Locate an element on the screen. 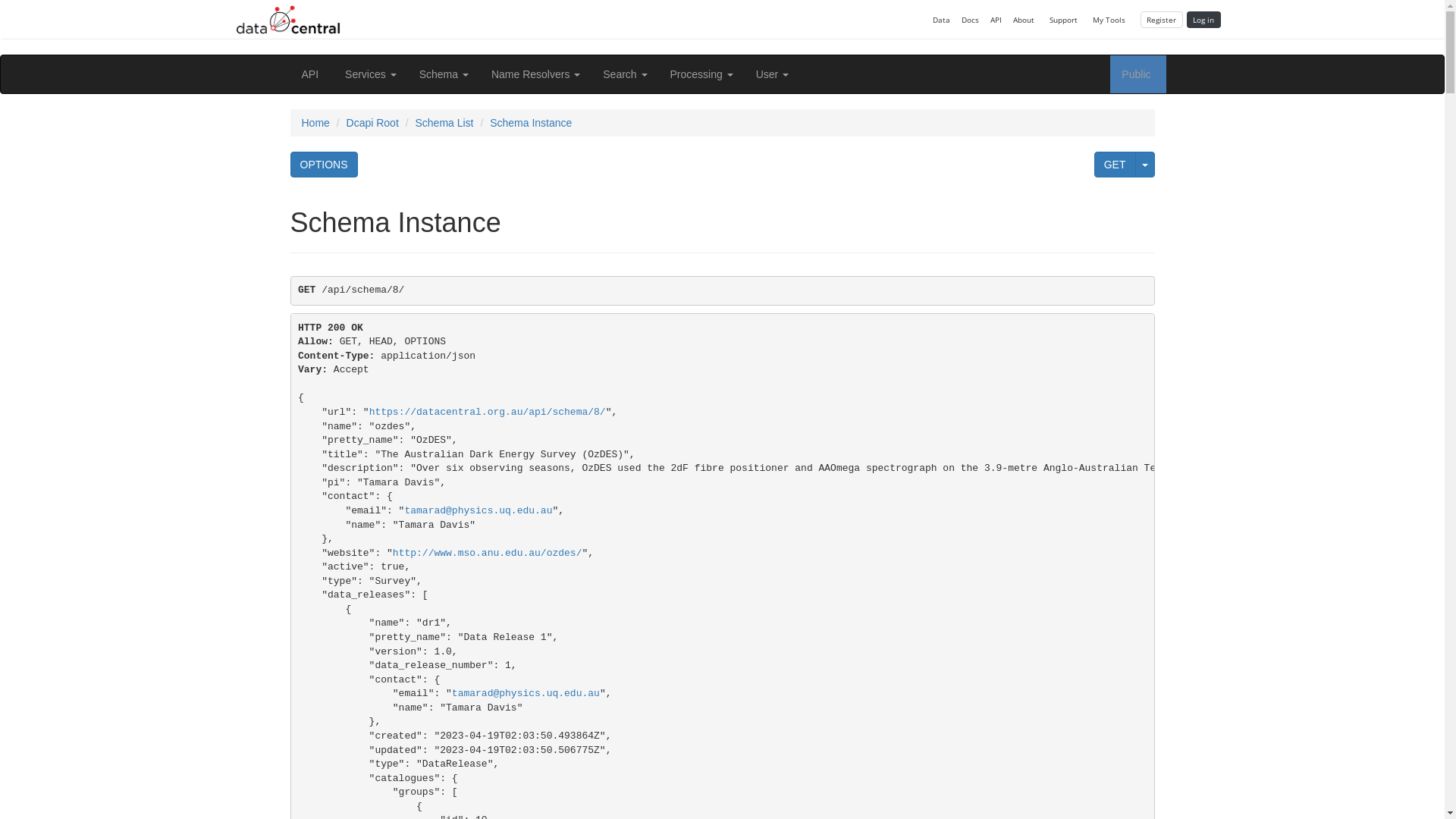 This screenshot has height=819, width=1456. 'OPTIONS' is located at coordinates (322, 164).